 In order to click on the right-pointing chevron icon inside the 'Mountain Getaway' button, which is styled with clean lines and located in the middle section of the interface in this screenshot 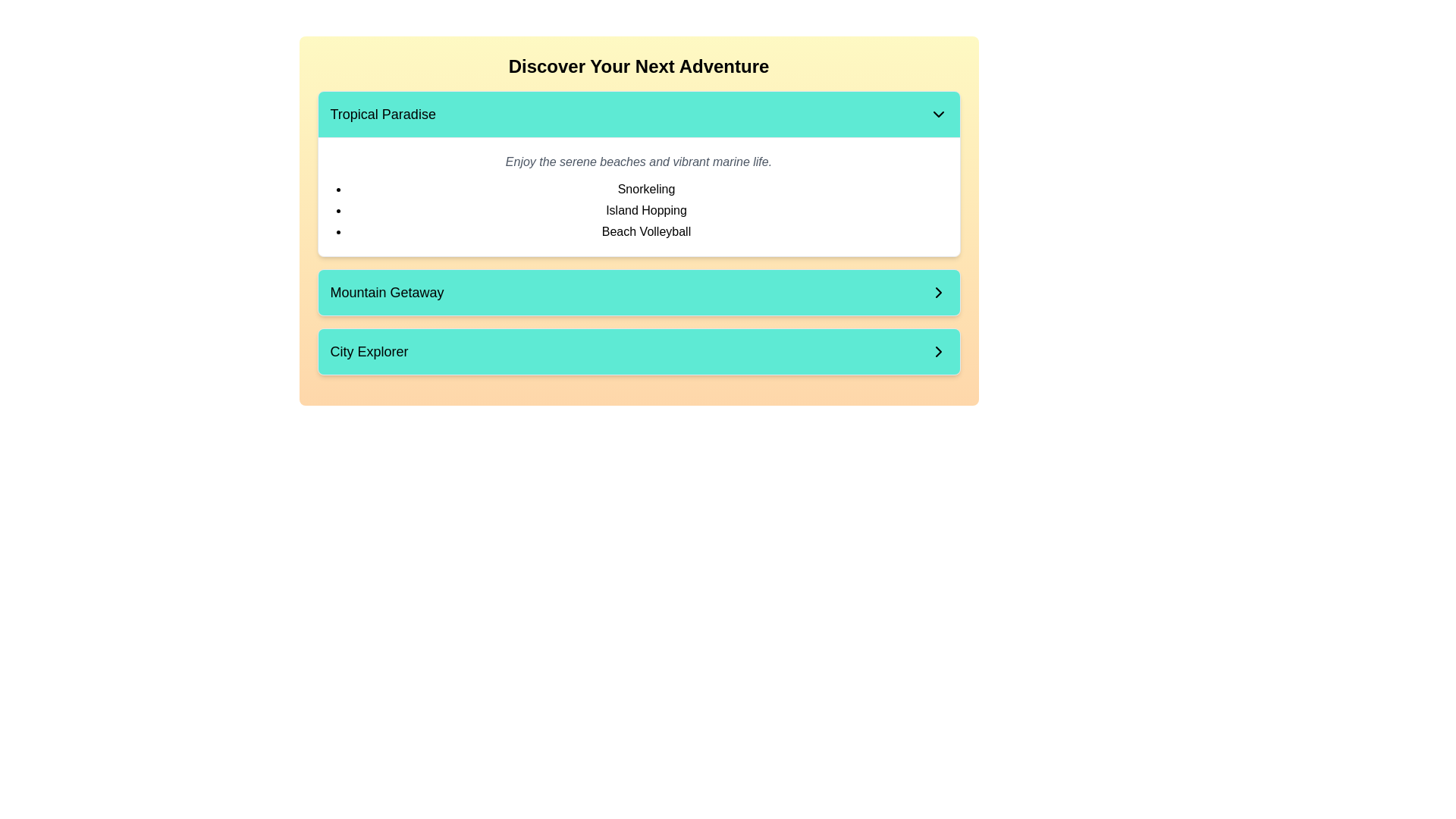, I will do `click(937, 292)`.